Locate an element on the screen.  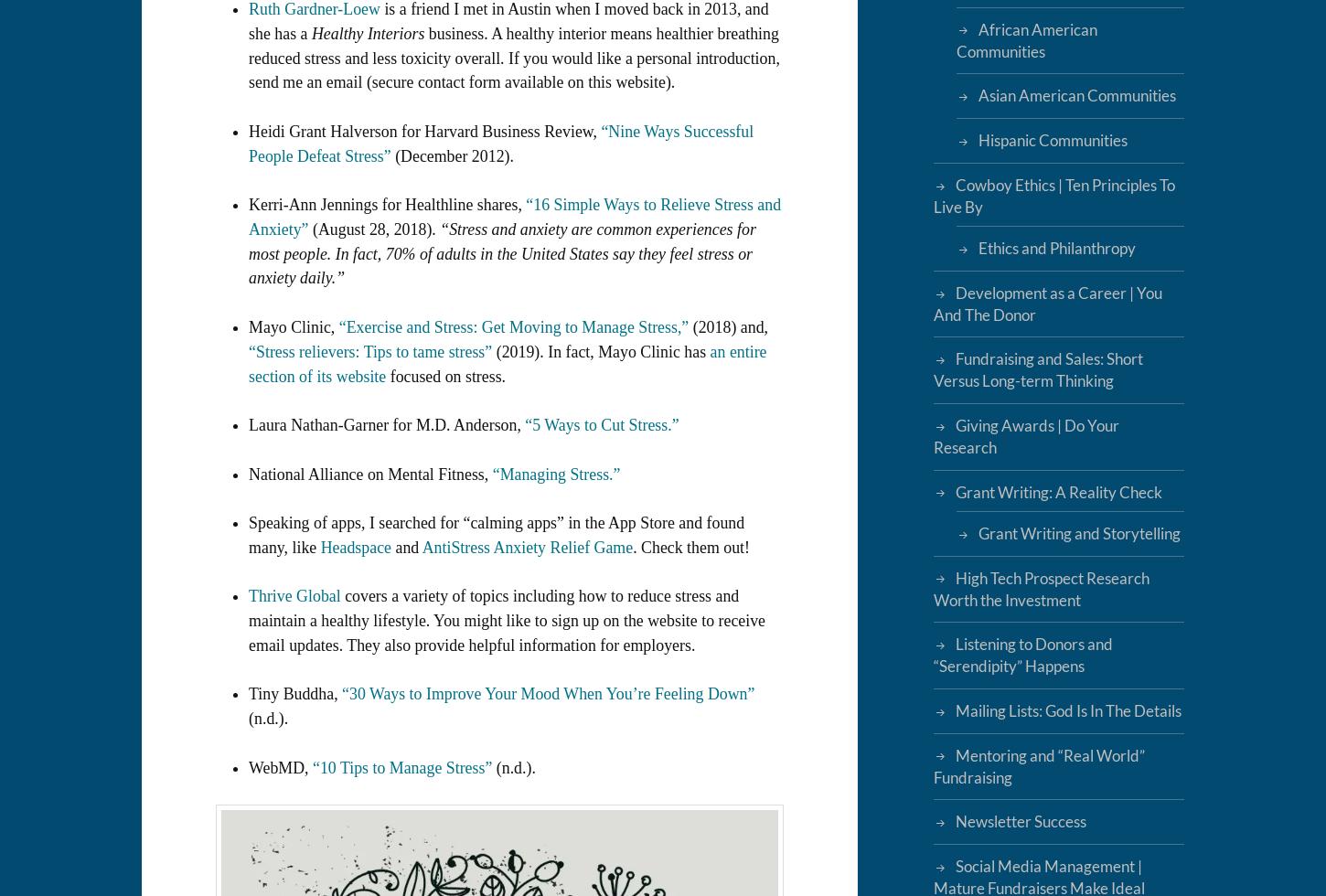
'“10 Tips to Manage Stress”' is located at coordinates (313, 766).